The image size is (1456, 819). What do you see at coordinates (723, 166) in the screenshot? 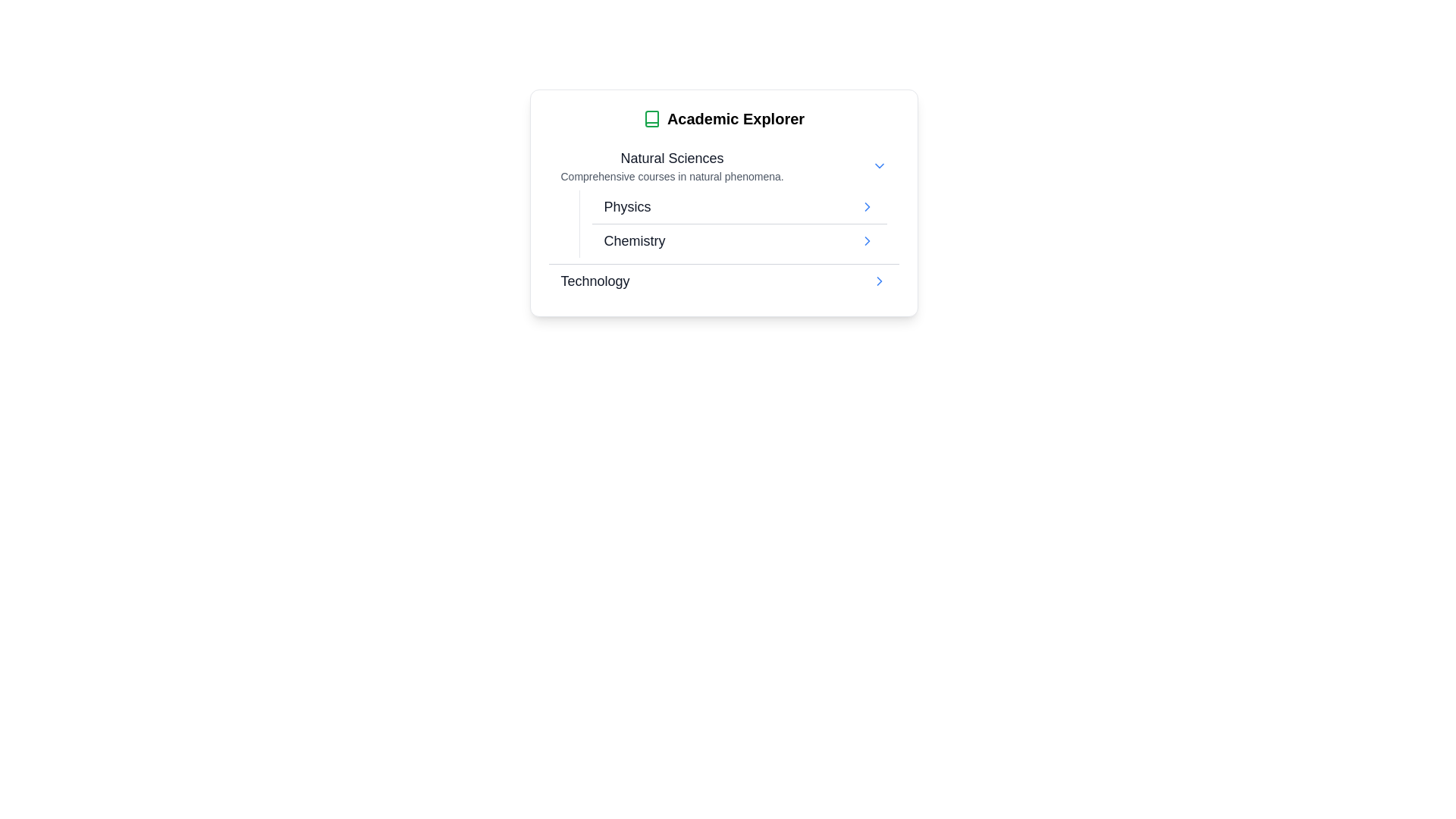
I see `the 'Natural Sciences' category item with the expandable icon` at bounding box center [723, 166].